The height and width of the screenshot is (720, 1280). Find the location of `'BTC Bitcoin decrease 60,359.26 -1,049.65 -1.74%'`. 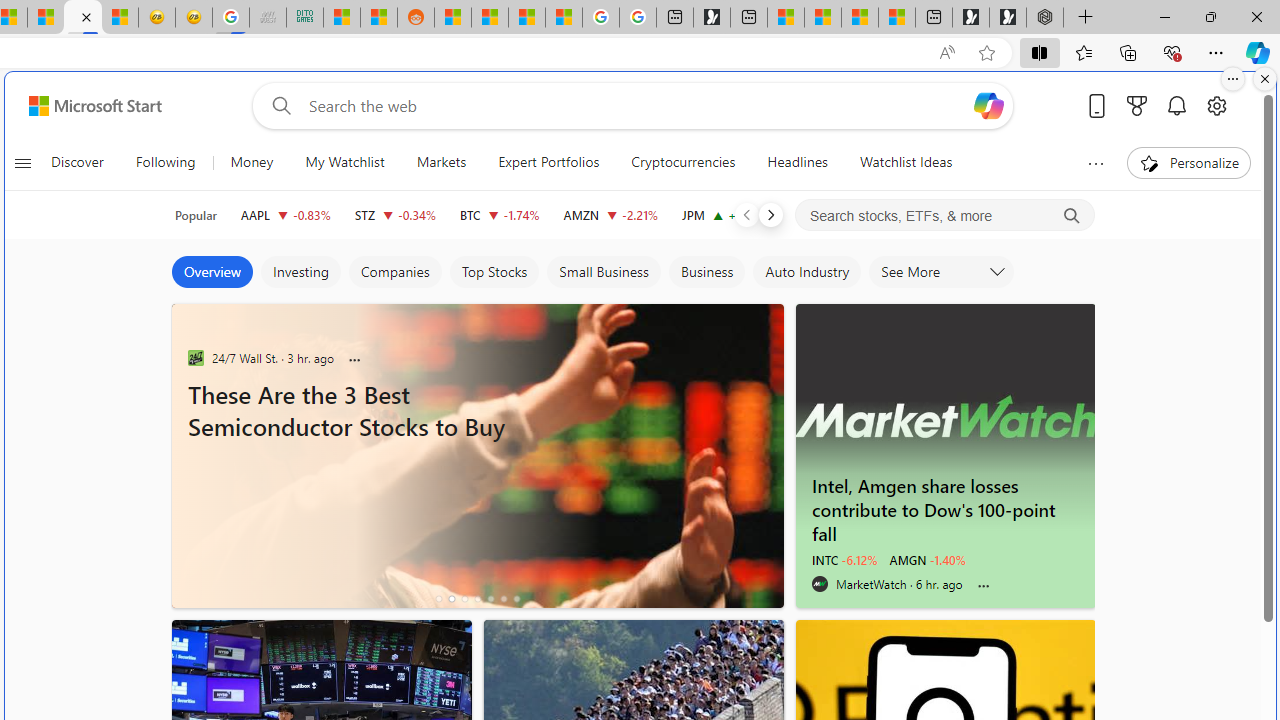

'BTC Bitcoin decrease 60,359.26 -1,049.65 -1.74%' is located at coordinates (499, 214).